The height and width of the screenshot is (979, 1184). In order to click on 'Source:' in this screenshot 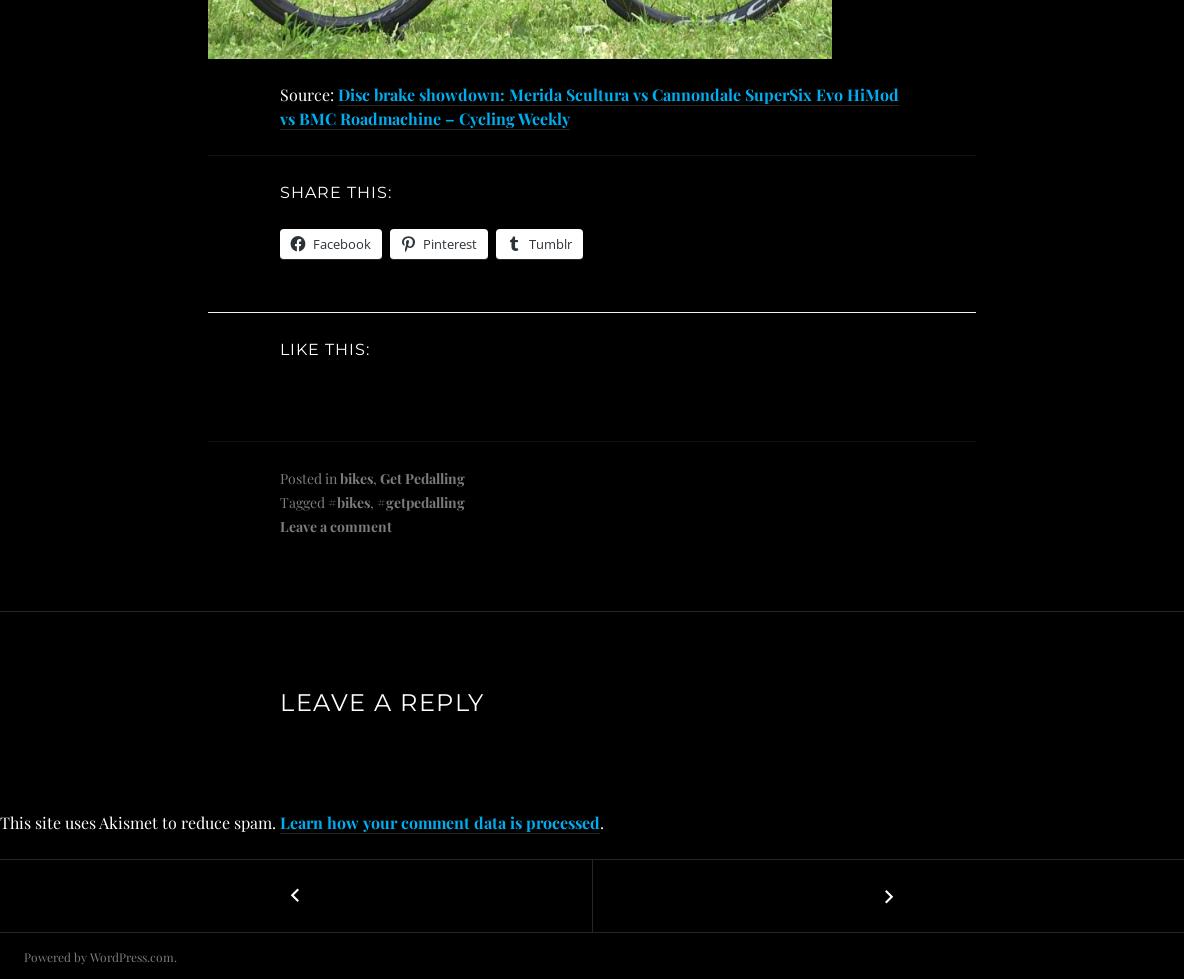, I will do `click(280, 94)`.